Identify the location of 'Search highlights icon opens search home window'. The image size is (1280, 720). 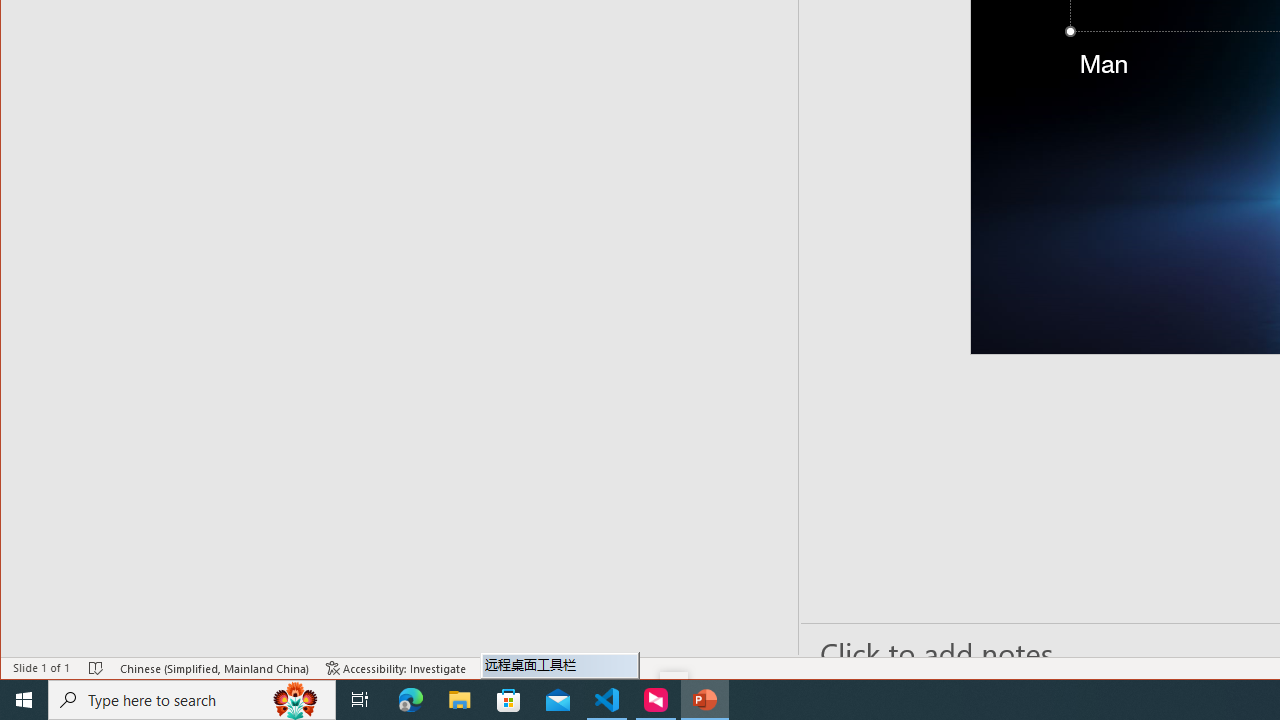
(294, 698).